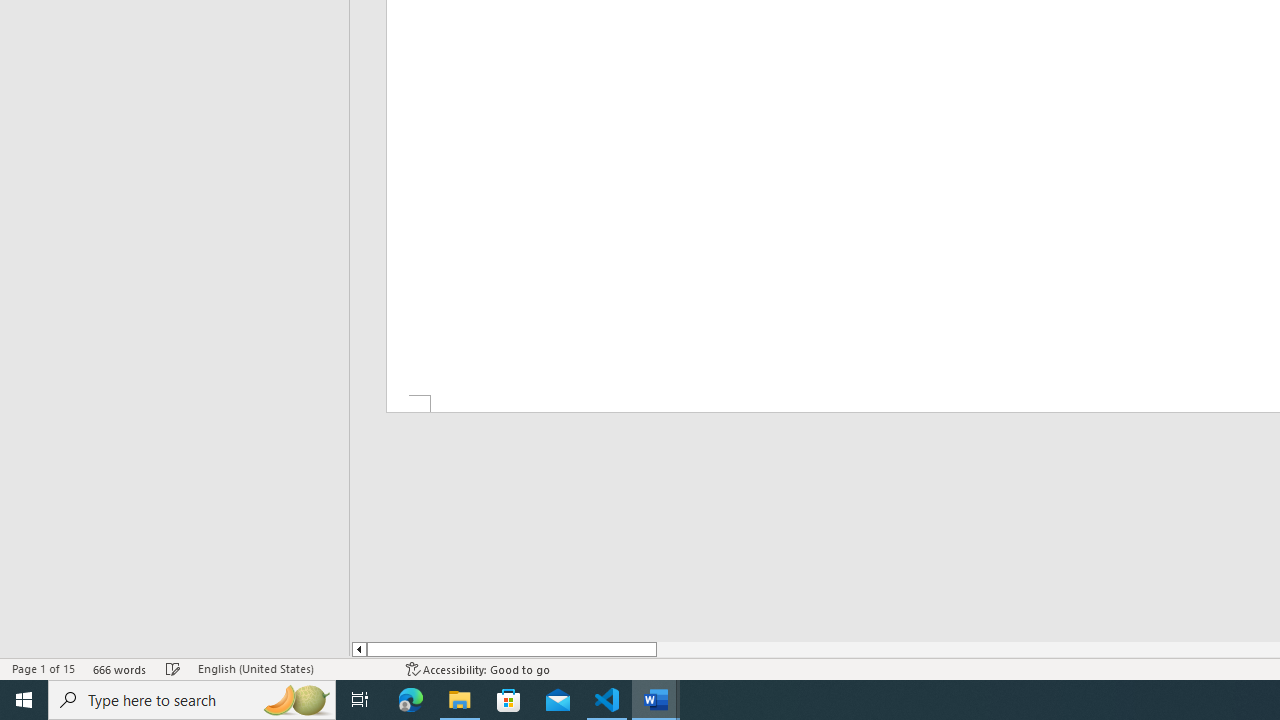 Image resolution: width=1280 pixels, height=720 pixels. What do you see at coordinates (358, 649) in the screenshot?
I see `'Column left'` at bounding box center [358, 649].